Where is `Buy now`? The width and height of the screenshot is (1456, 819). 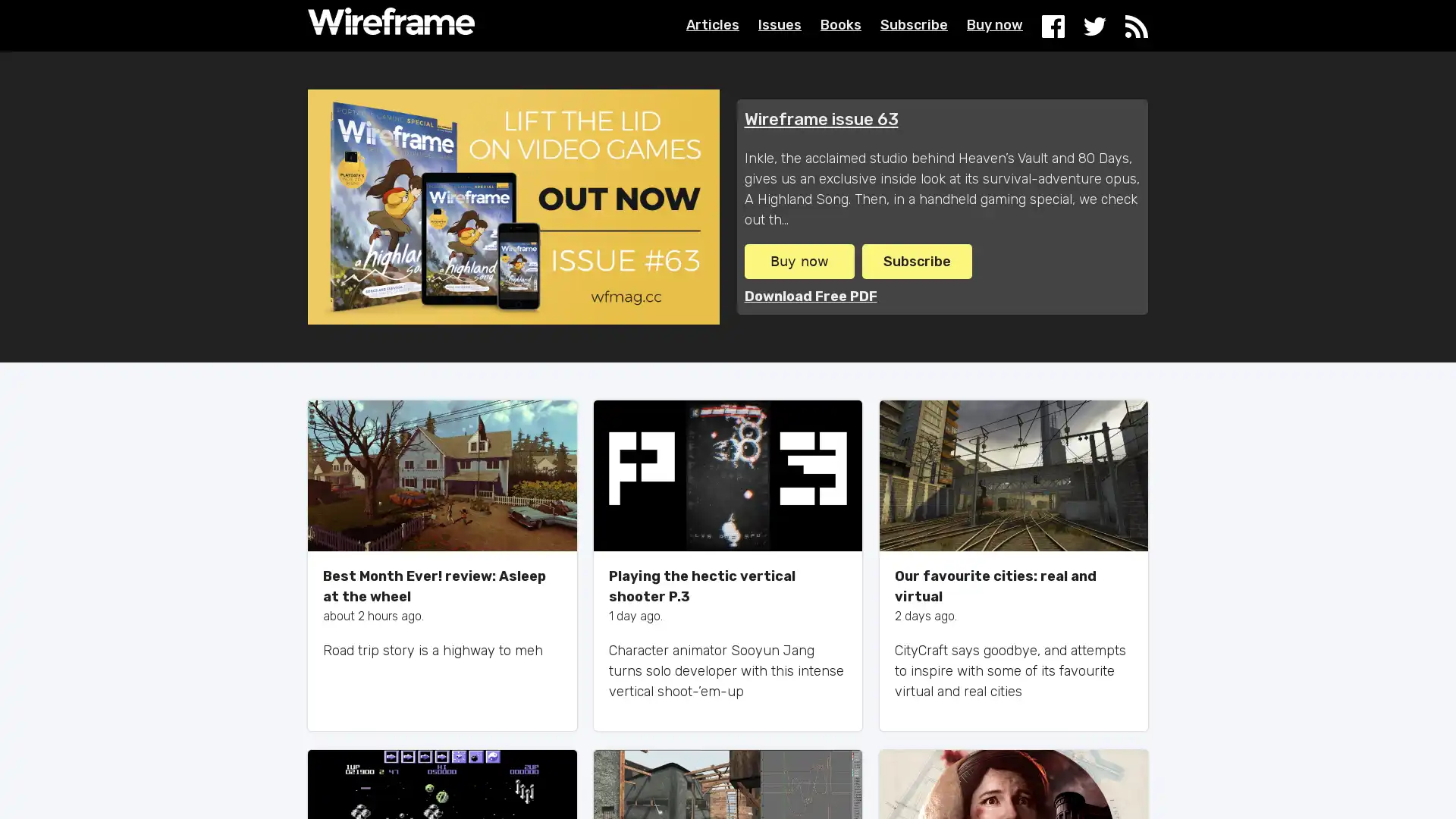 Buy now is located at coordinates (798, 259).